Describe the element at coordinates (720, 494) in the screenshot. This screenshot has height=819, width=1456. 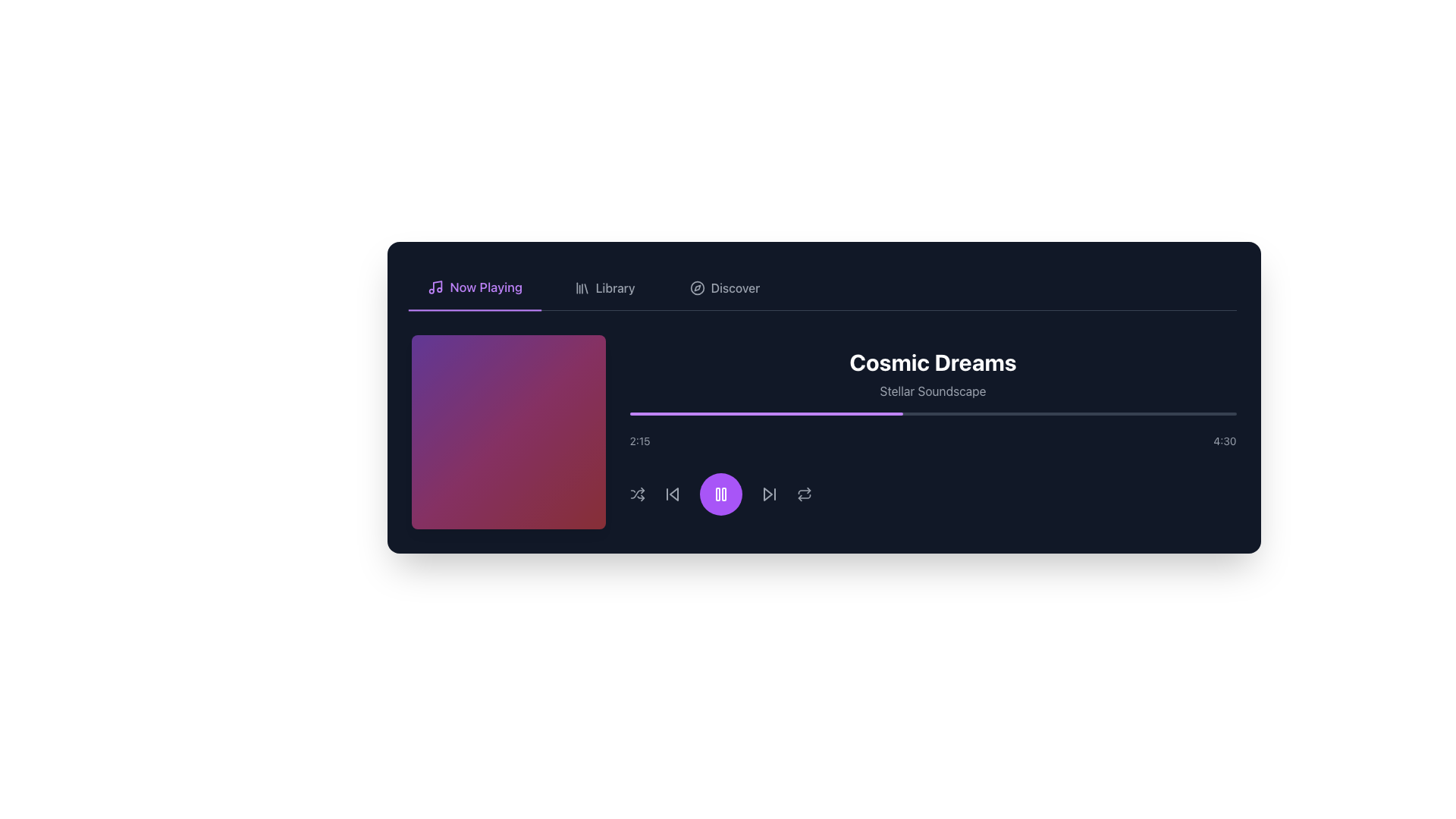
I see `the pause icon represented by two vertical bars within a purple circular button` at that location.